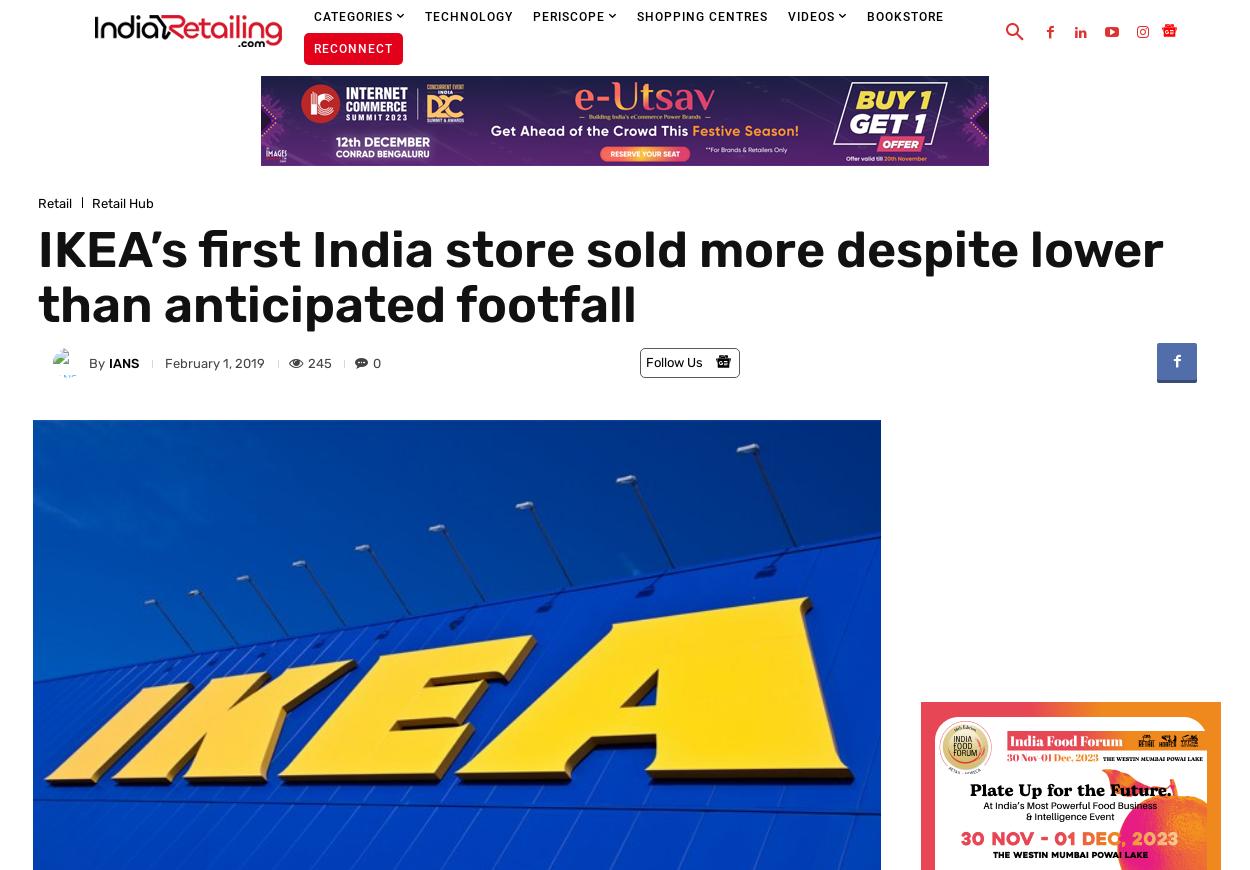 Image resolution: width=1250 pixels, height=870 pixels. I want to click on 'Retail', so click(55, 201).